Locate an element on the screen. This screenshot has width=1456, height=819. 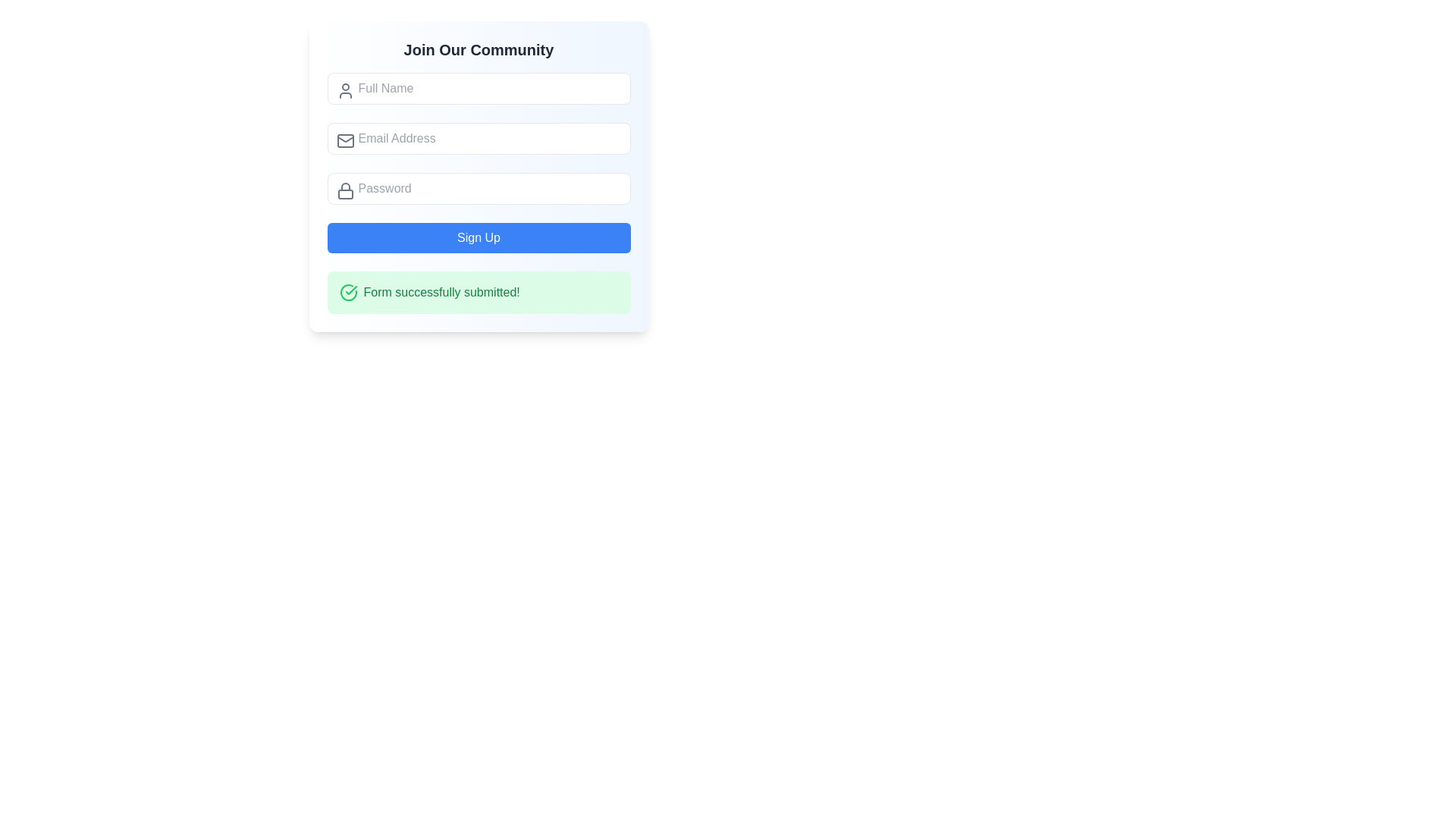
the Notification banner that confirms form submission success, located below the blue 'Sign Up' button in the modal titled 'Join Our Community' is located at coordinates (478, 292).